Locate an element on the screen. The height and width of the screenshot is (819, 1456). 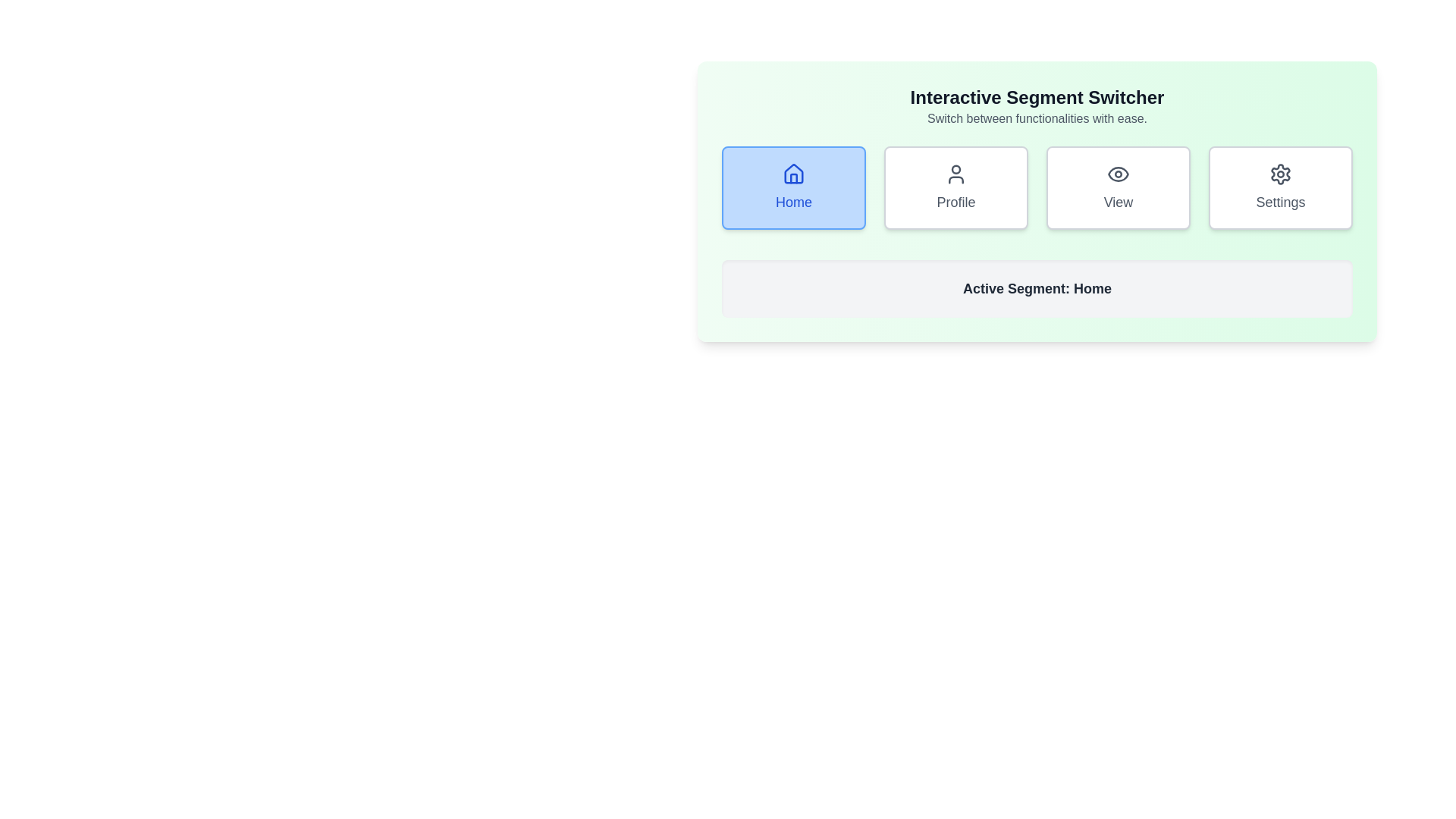
the button located in the third position from the left within a horizontal row of four buttons, beneath the heading 'Interactive Segment Switcher' is located at coordinates (1118, 187).